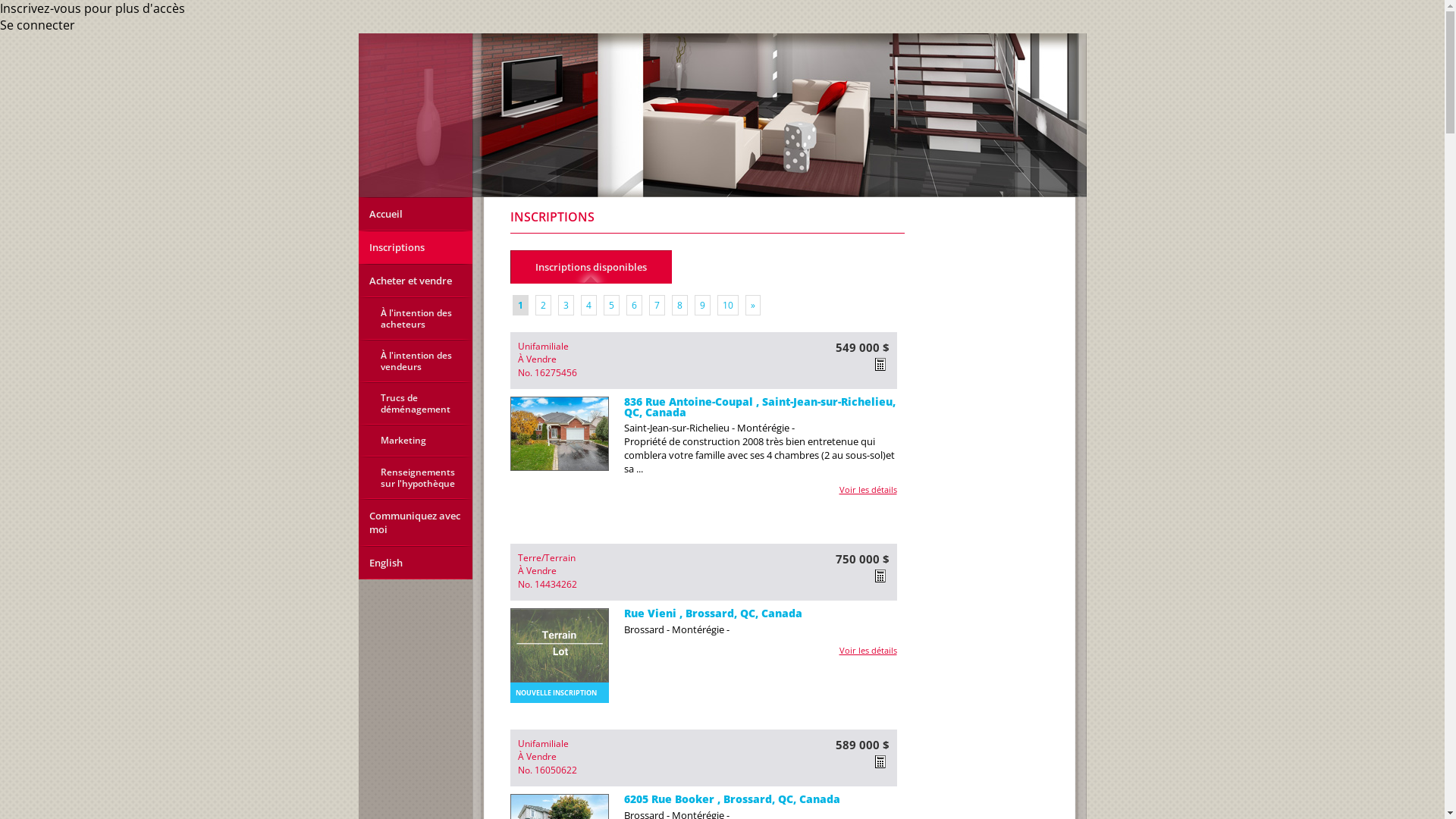  What do you see at coordinates (415, 246) in the screenshot?
I see `'Inscriptions'` at bounding box center [415, 246].